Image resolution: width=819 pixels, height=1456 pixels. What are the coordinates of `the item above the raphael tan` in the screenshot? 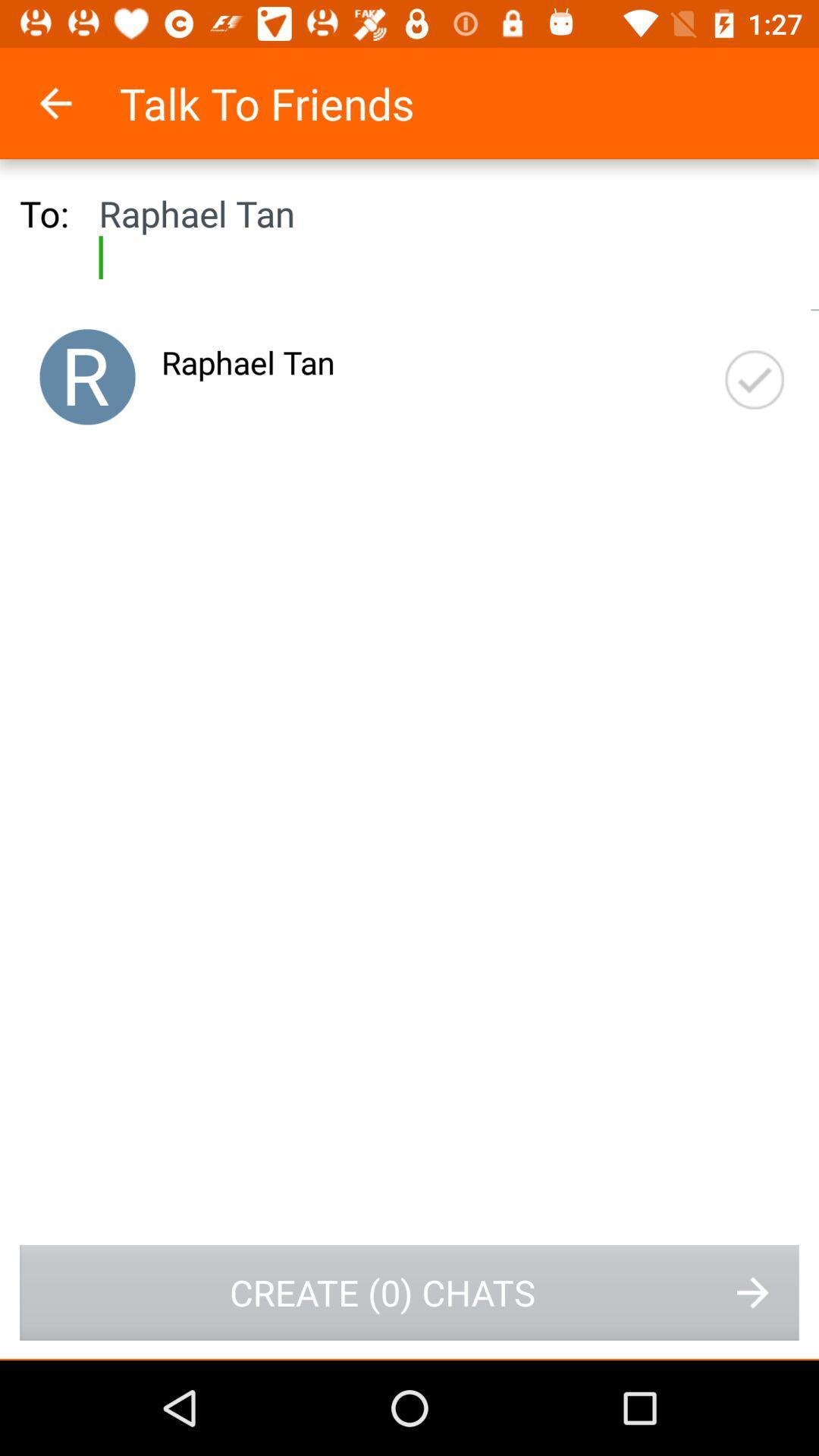 It's located at (75, 102).